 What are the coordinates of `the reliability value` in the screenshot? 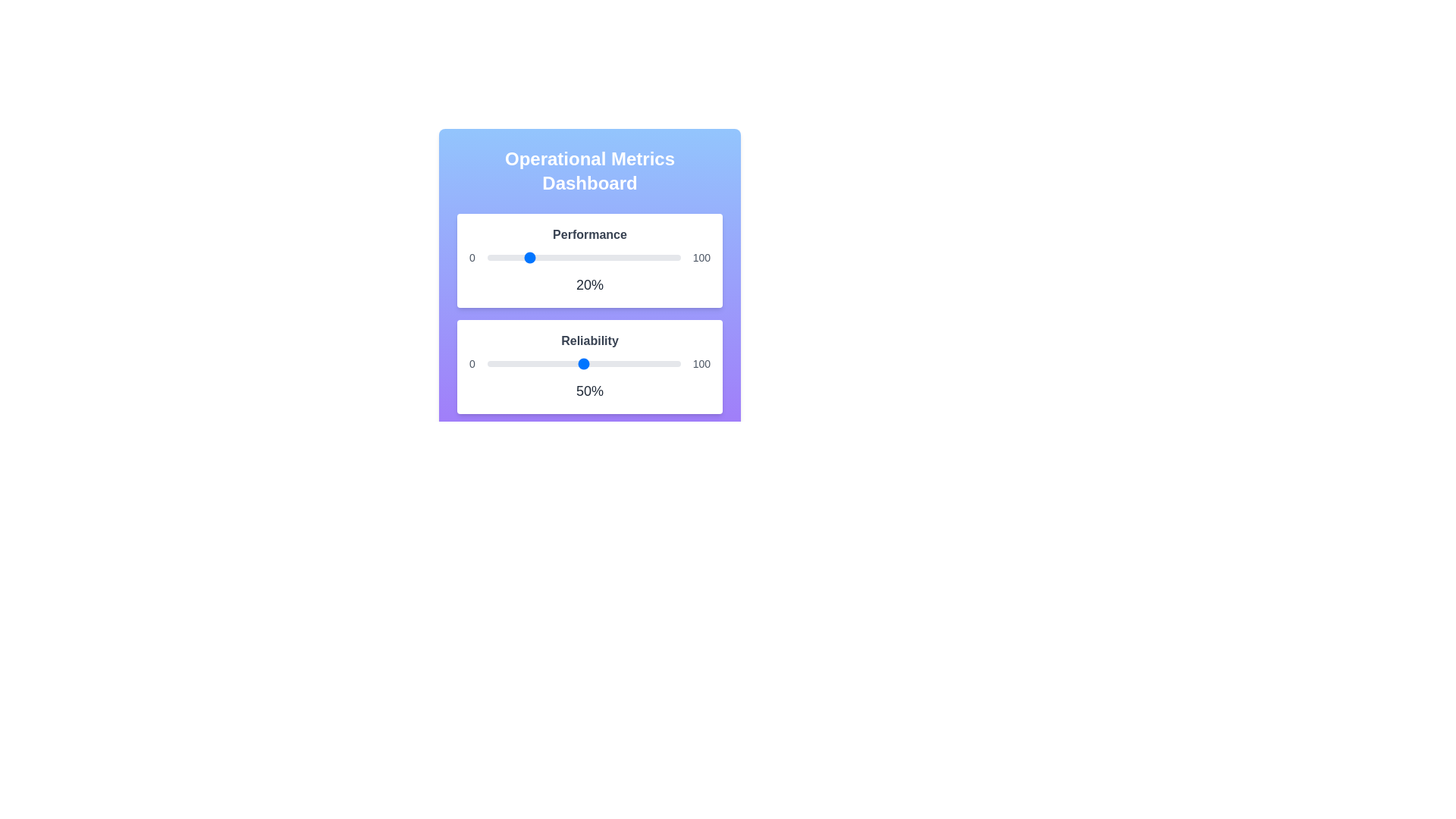 It's located at (663, 363).